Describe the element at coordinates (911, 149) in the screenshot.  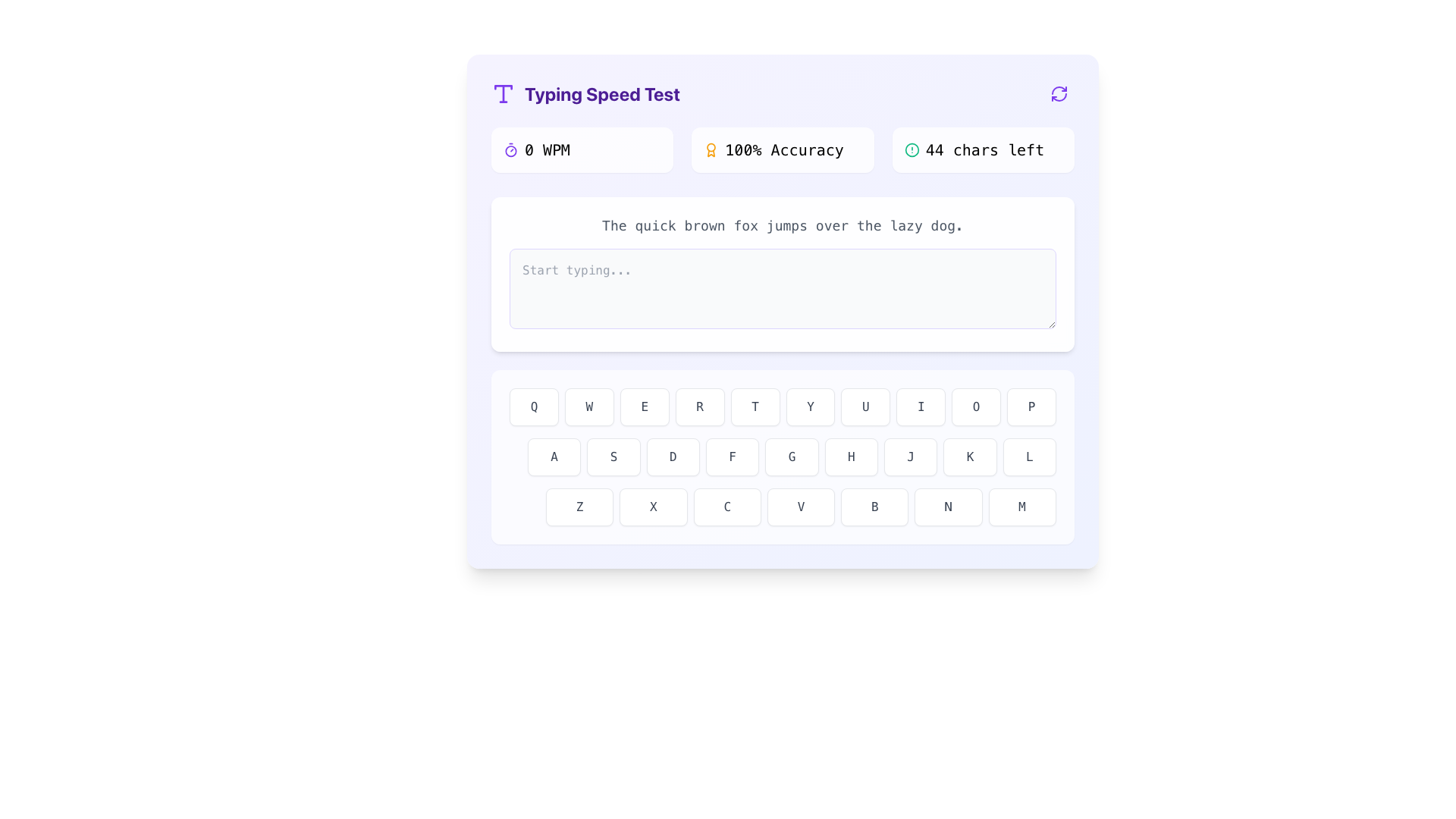
I see `the circular icon with a thin green border and a small central green line segment located to the left of the text '44 chars left'` at that location.